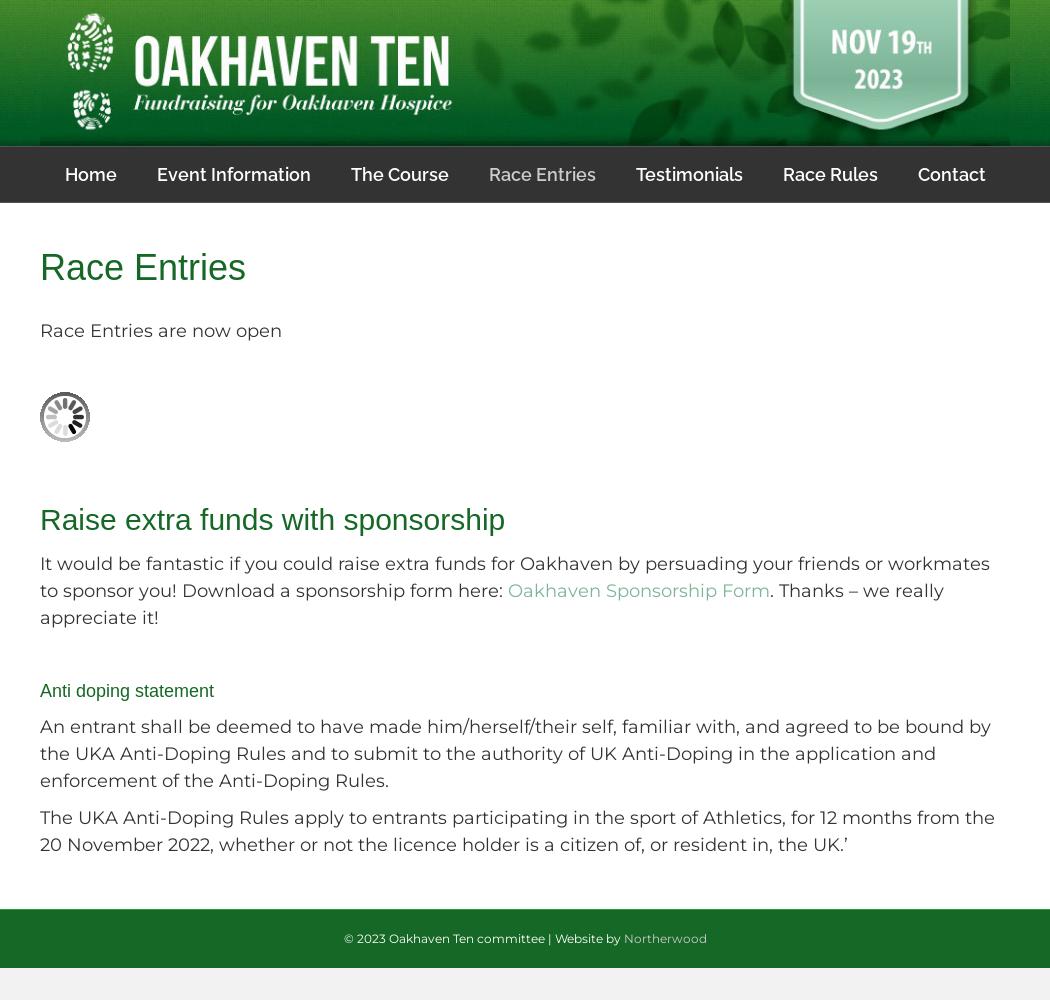  I want to click on 'Contact', so click(949, 173).